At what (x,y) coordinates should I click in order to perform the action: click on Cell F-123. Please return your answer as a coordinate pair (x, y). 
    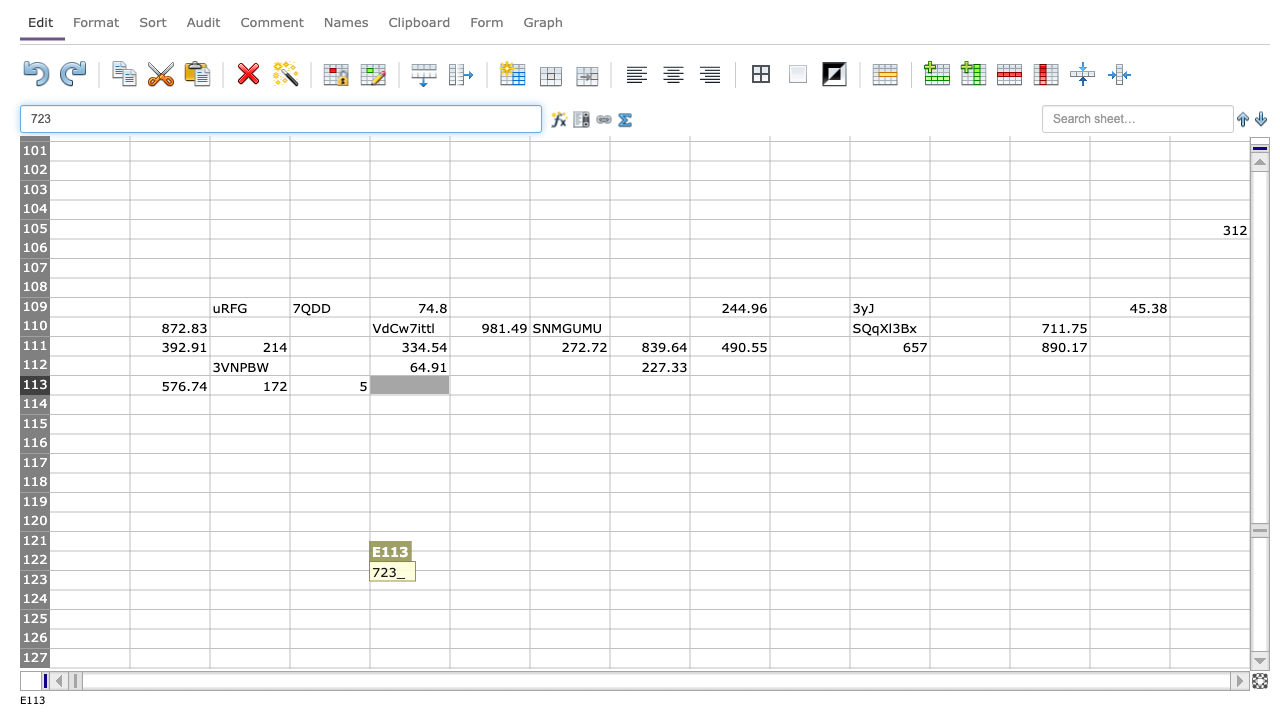
    Looking at the image, I should click on (489, 580).